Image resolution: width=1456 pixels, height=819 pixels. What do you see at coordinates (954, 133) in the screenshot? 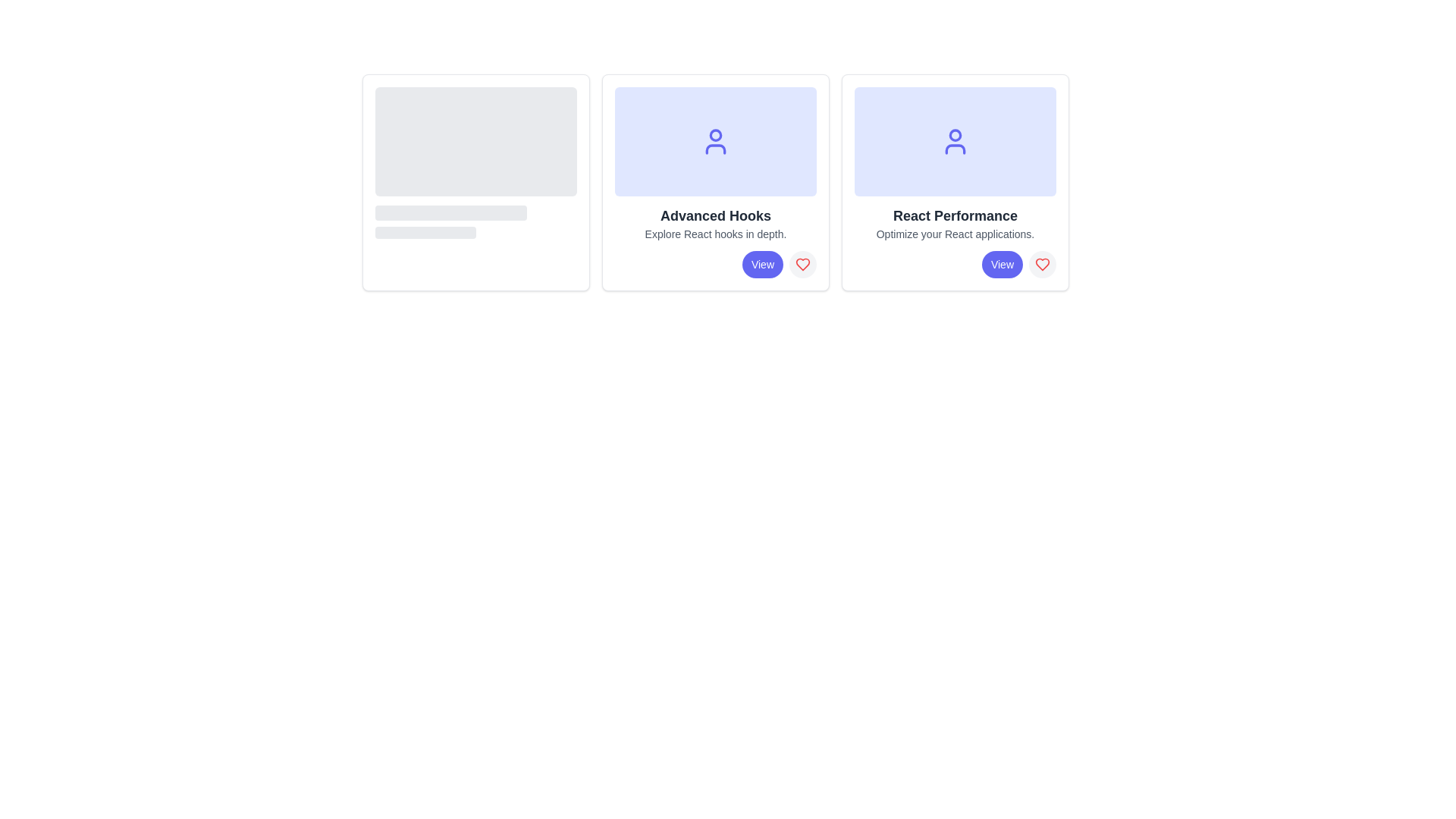
I see `the circular head shape in the user icon of the 'React Performance' card, which is part of a horizontally arranged card group` at bounding box center [954, 133].